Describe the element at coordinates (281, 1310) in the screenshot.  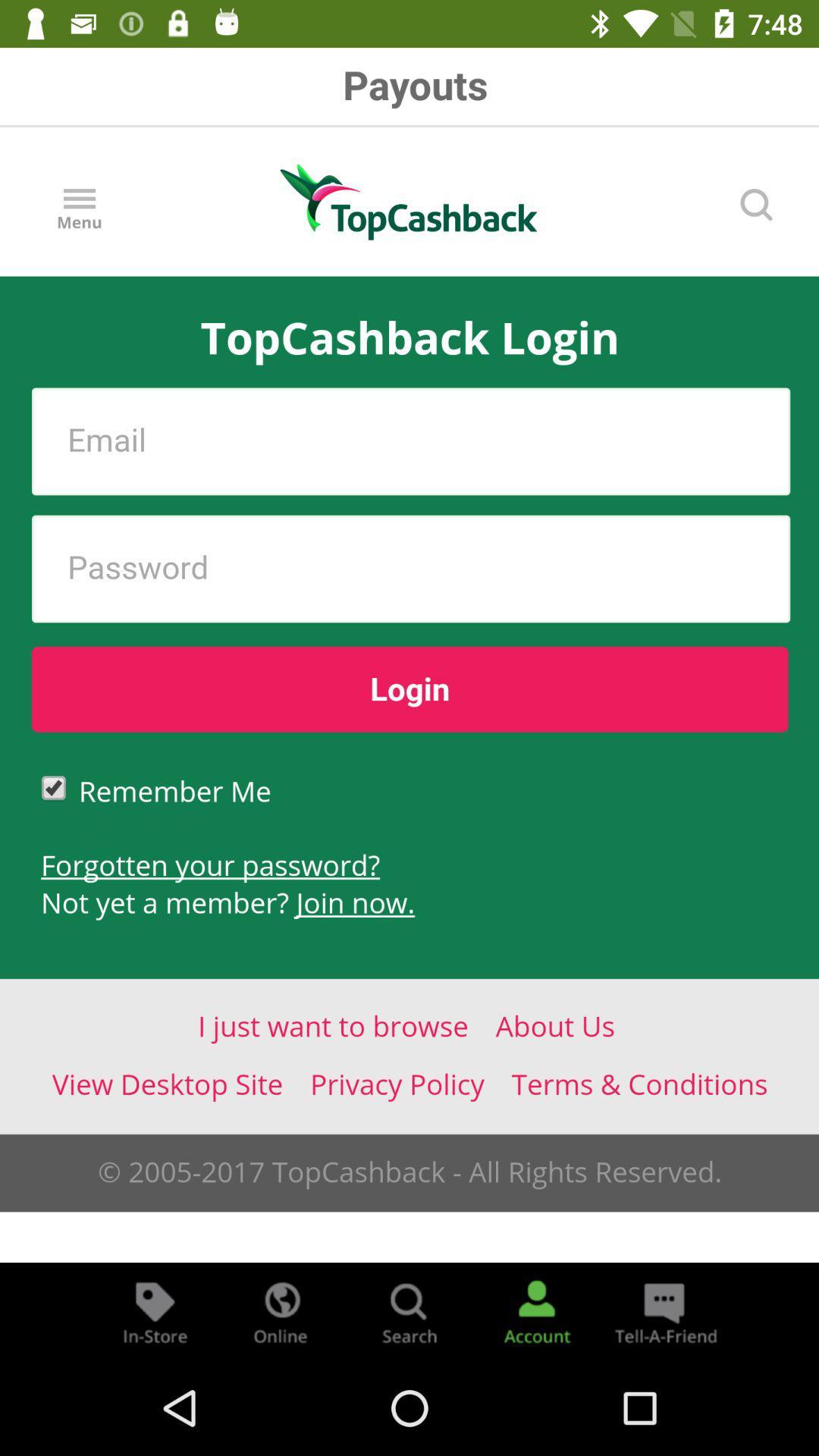
I see `search who is online` at that location.